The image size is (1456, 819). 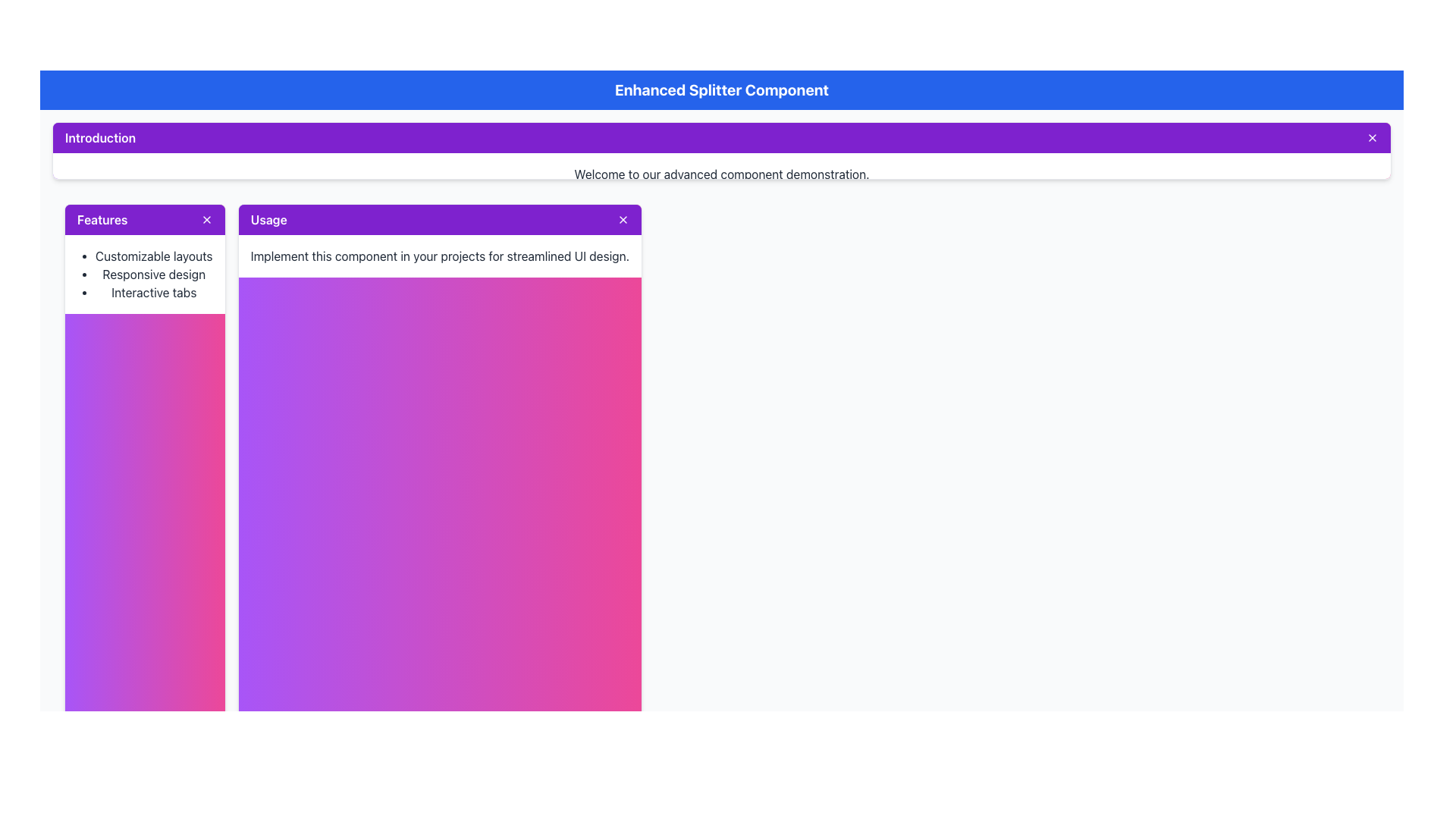 I want to click on the 'X' close icon button located on the far-right side of the purple 'Introduction' bar, so click(x=1372, y=137).